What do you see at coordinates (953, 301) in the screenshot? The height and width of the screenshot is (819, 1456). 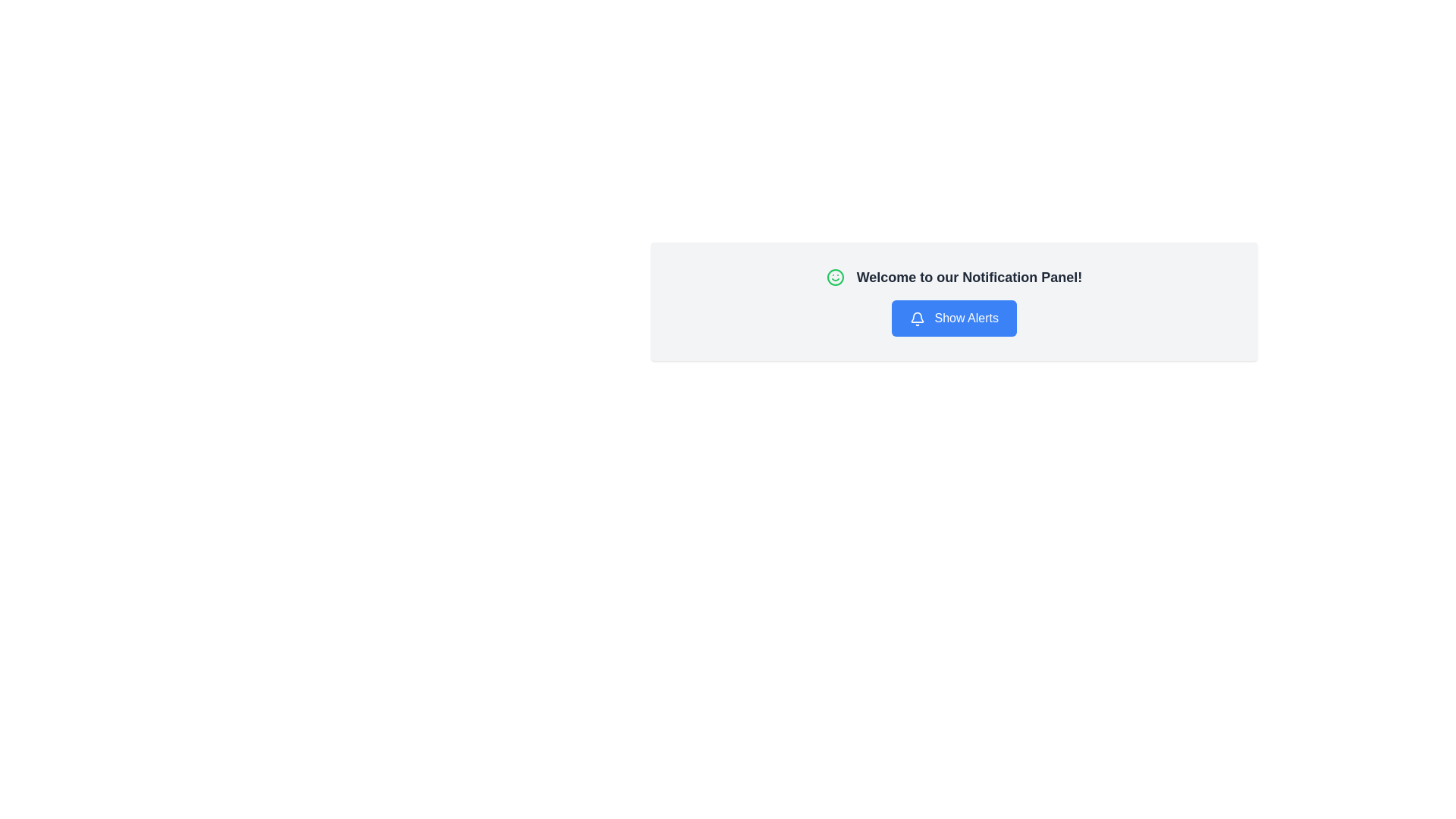 I see `the blue 'Show Alerts' button with a white bell icon in the notification panel` at bounding box center [953, 301].